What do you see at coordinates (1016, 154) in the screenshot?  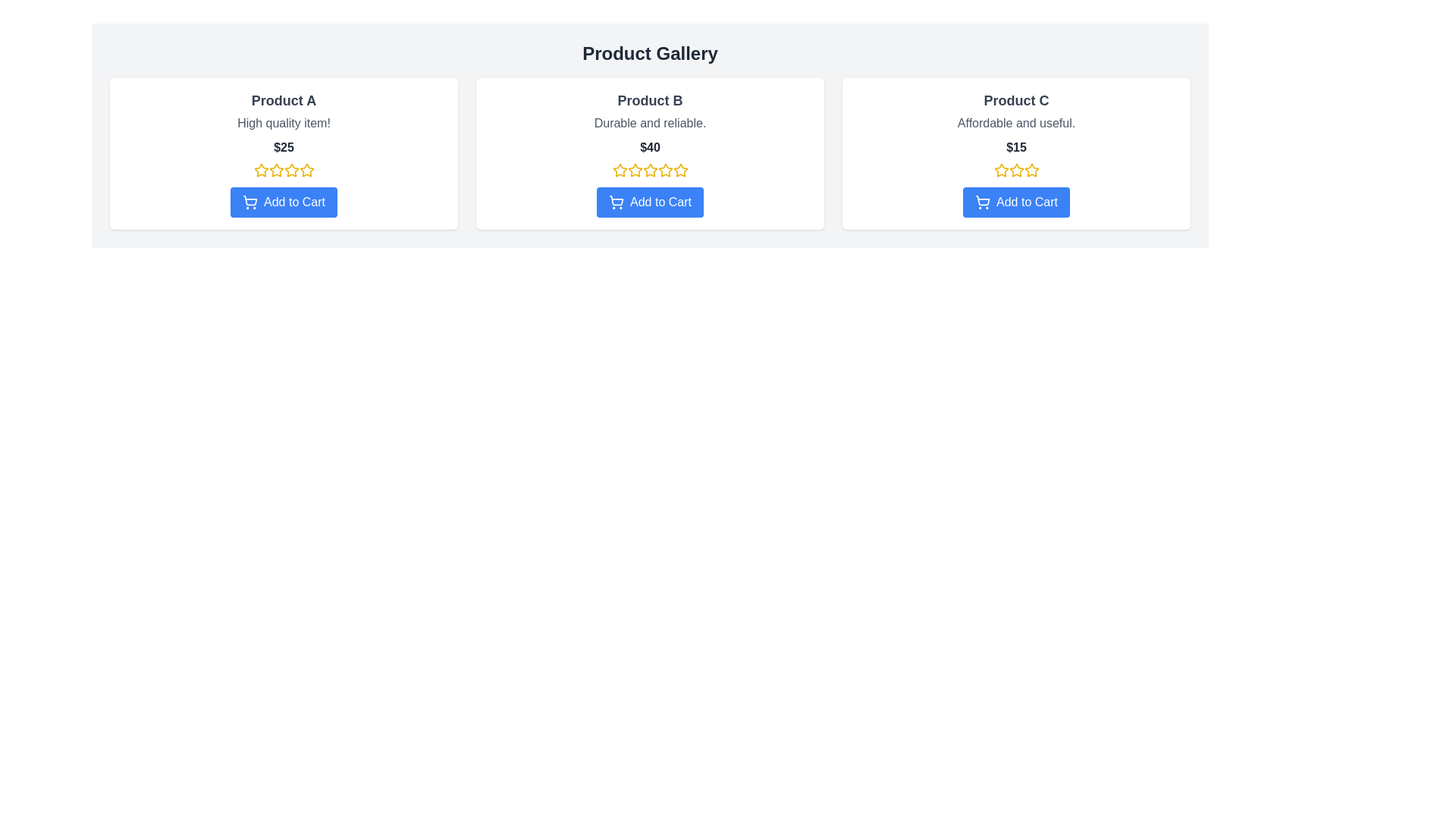 I see `the Product Card, which is the third card in a row of three within the 'Product Gallery' section, aligned to the right of the group` at bounding box center [1016, 154].